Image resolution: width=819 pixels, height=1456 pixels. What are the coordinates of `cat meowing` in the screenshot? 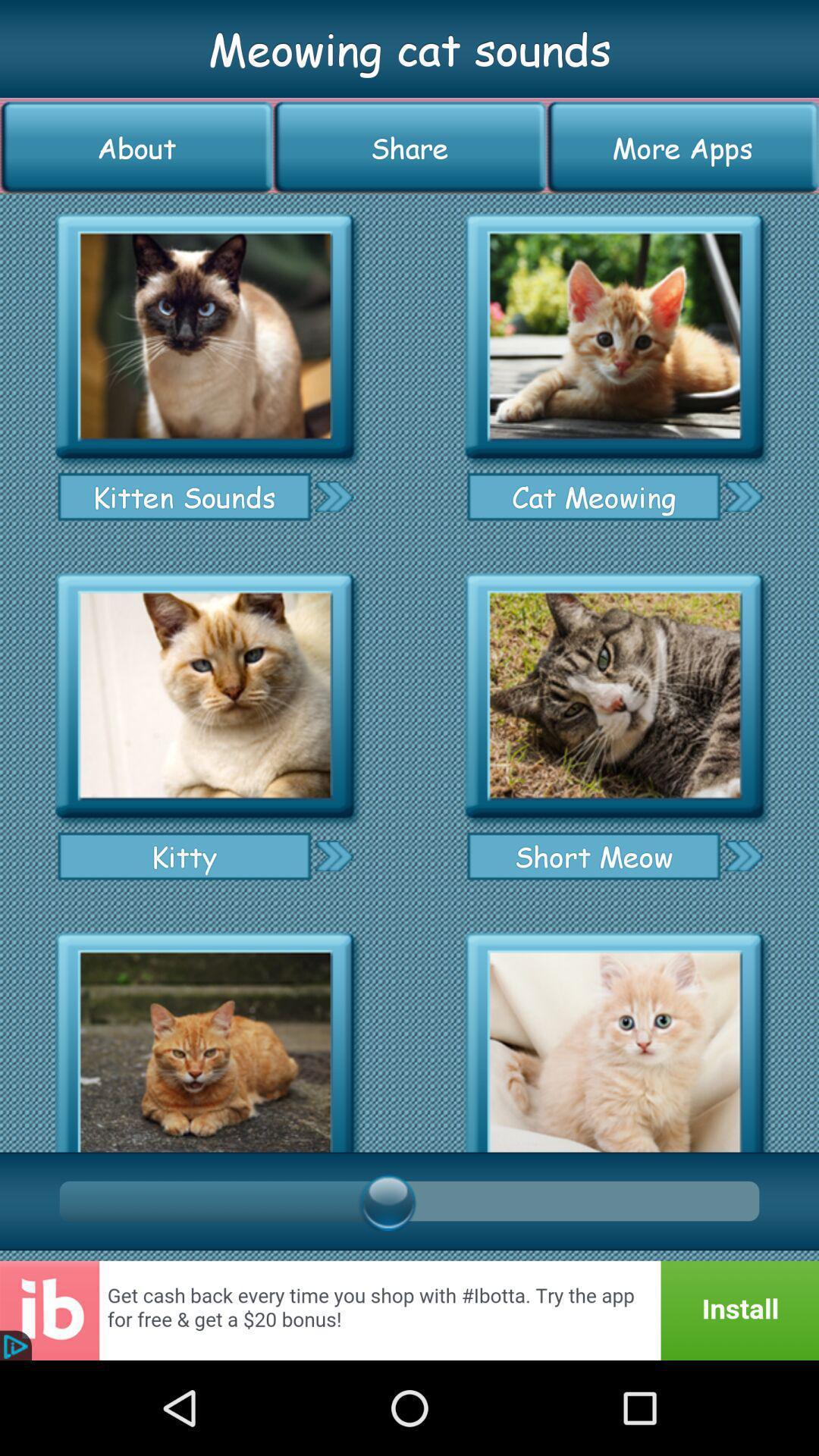 It's located at (614, 336).